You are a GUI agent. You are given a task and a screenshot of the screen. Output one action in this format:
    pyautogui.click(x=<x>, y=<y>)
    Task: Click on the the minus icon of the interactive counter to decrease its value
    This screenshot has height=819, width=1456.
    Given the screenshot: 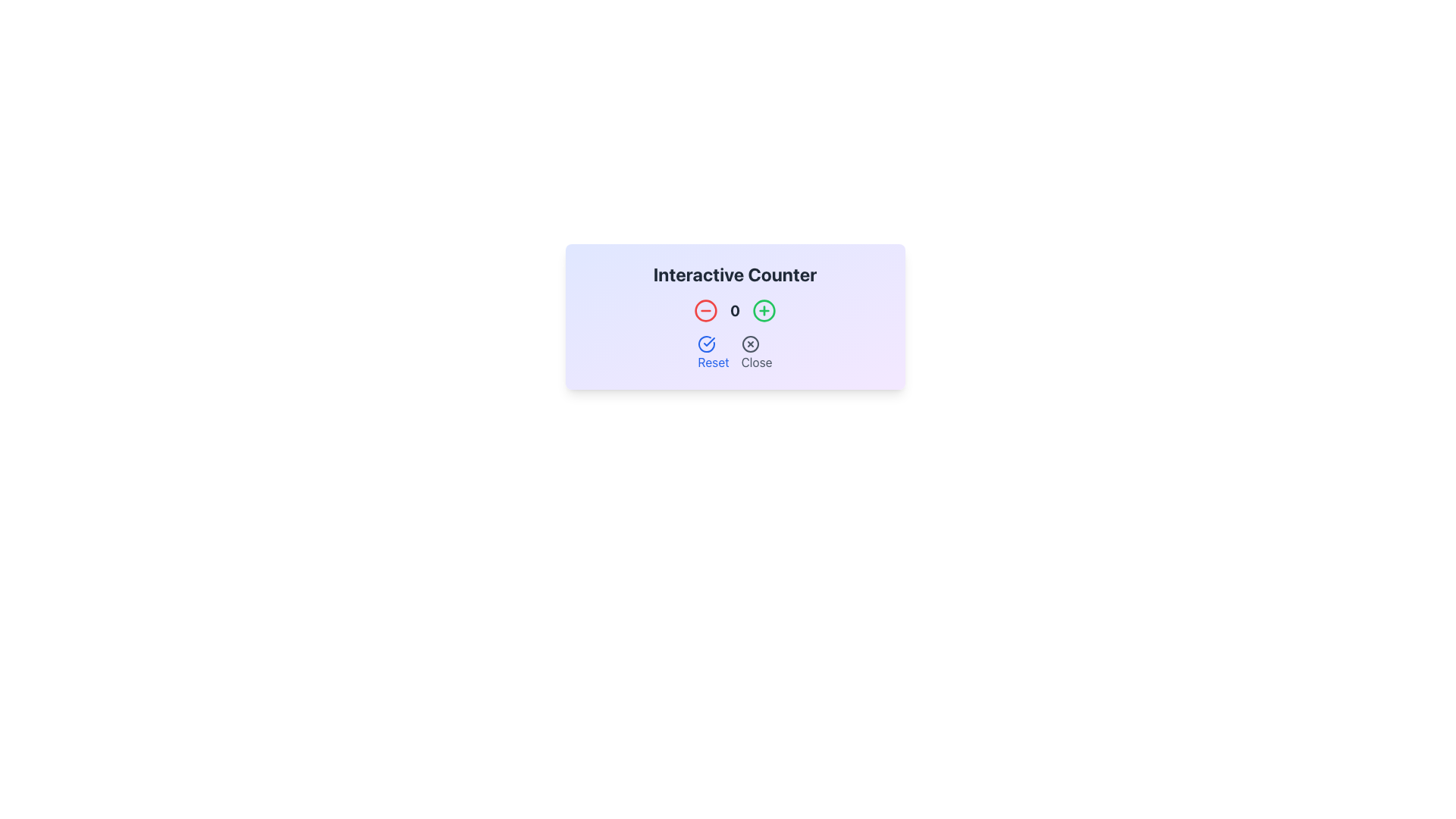 What is the action you would take?
    pyautogui.click(x=735, y=315)
    